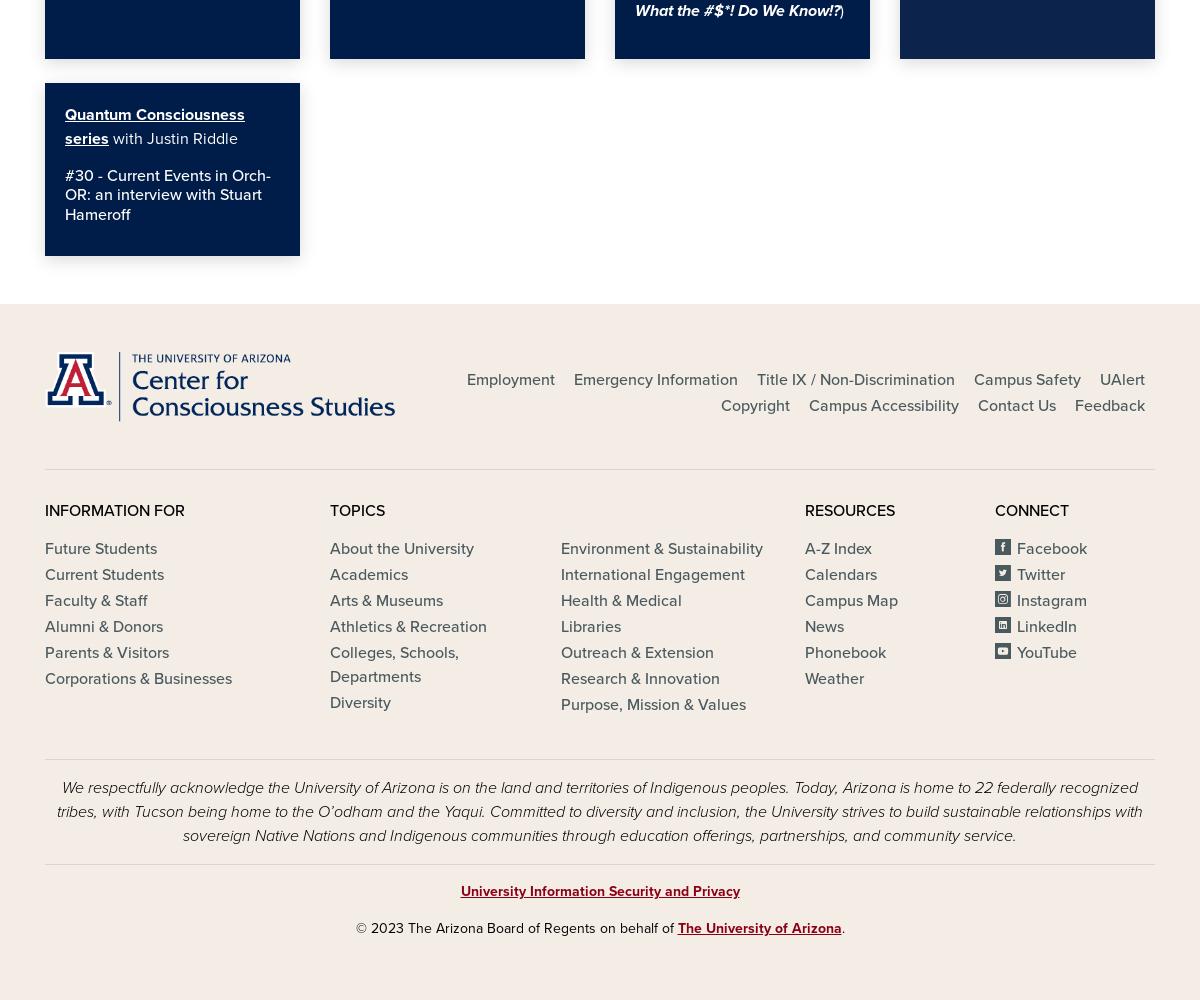  Describe the element at coordinates (823, 627) in the screenshot. I see `'News'` at that location.